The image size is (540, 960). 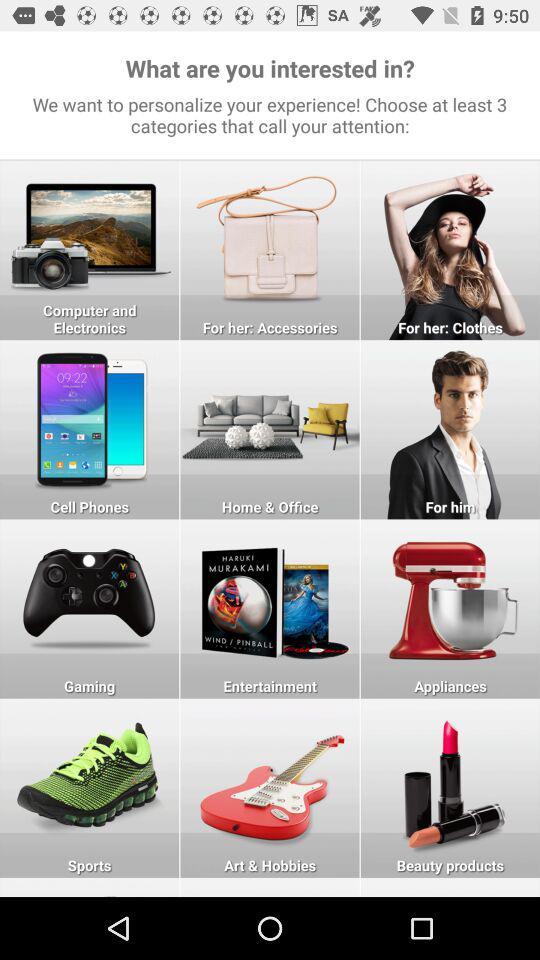 I want to click on move button, so click(x=88, y=886).